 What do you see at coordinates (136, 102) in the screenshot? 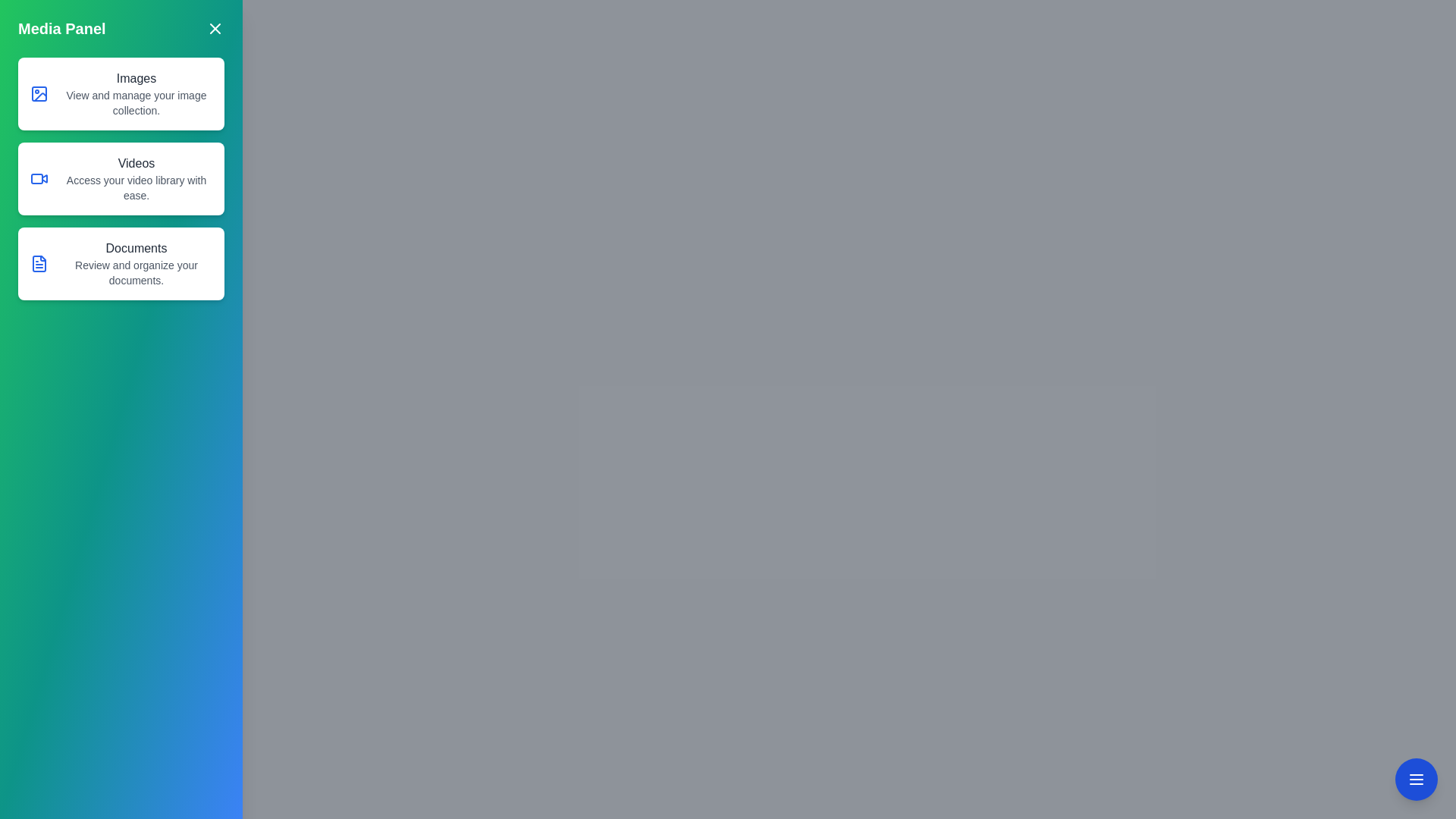
I see `the Static Text element that describes the 'Images' section, which is located directly below the 'Images' title in the left sidebar` at bounding box center [136, 102].